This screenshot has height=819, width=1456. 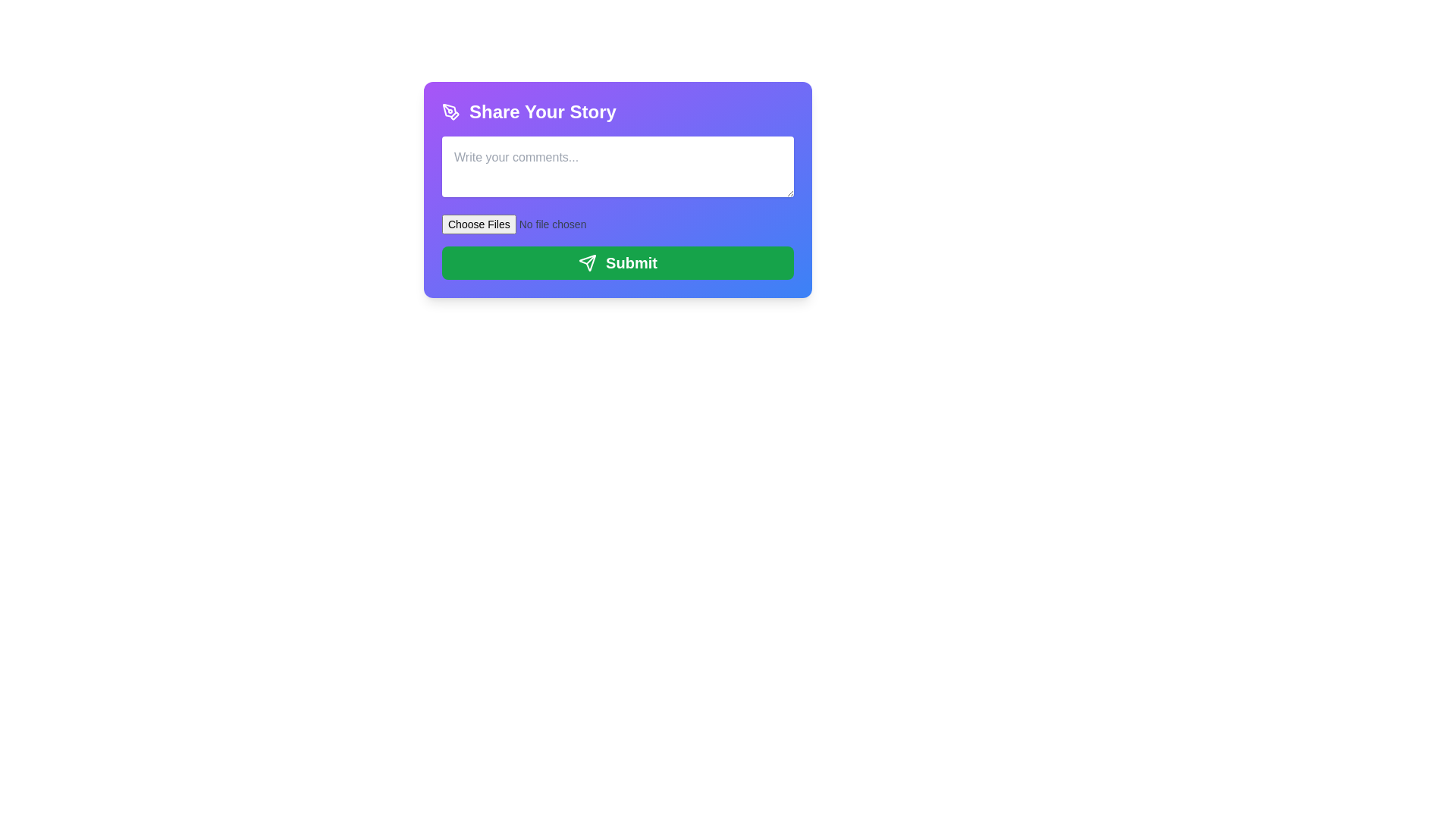 I want to click on the triangular icon resembling a paper plane, which is located at the bottom-right corner of the purple dialog box labeled 'Share Your Story', so click(x=587, y=262).